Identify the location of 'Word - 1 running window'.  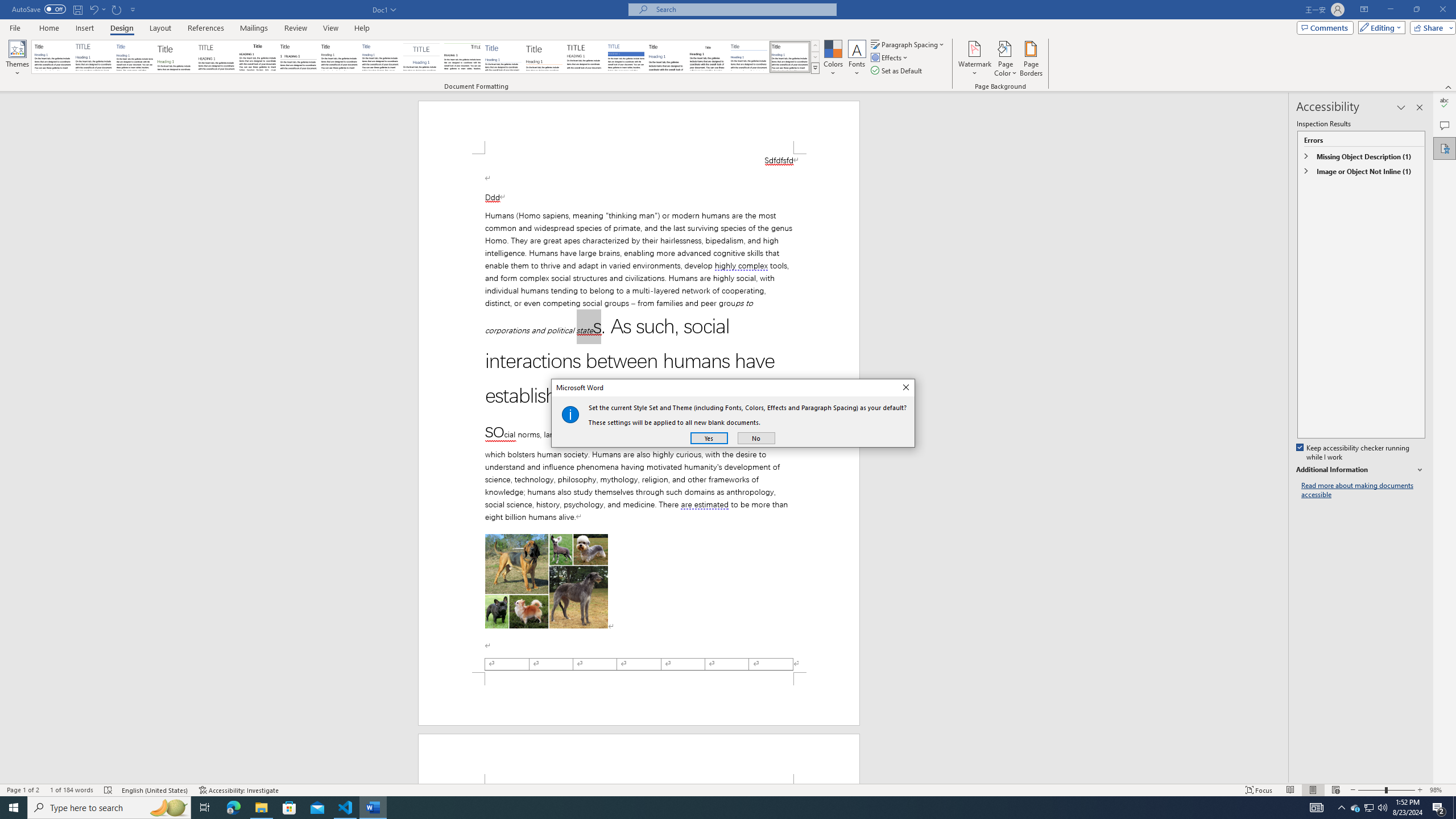
(373, 806).